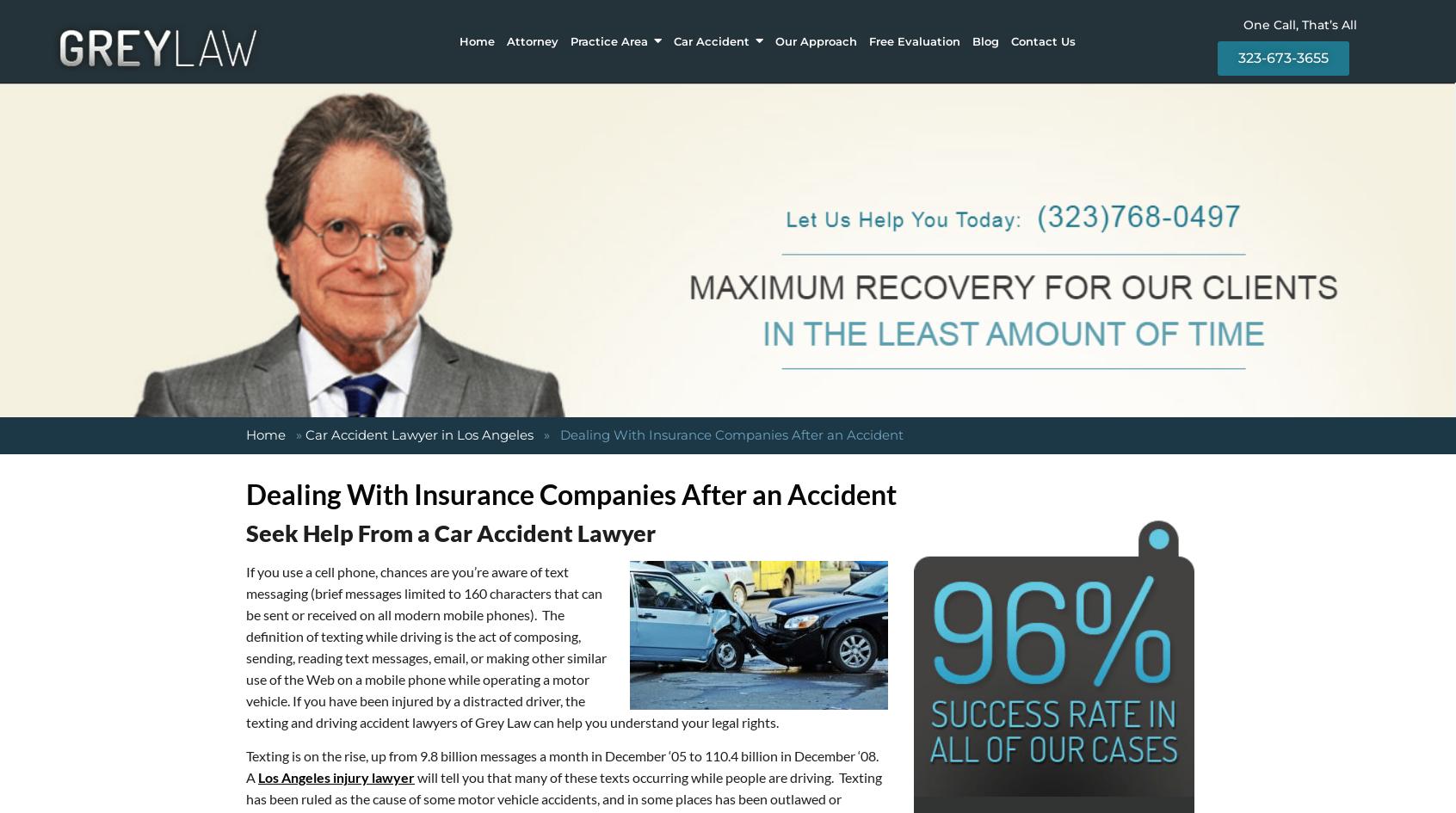 The image size is (1456, 813). I want to click on 'DANGEROUS PRODUCTS', so click(871, 95).